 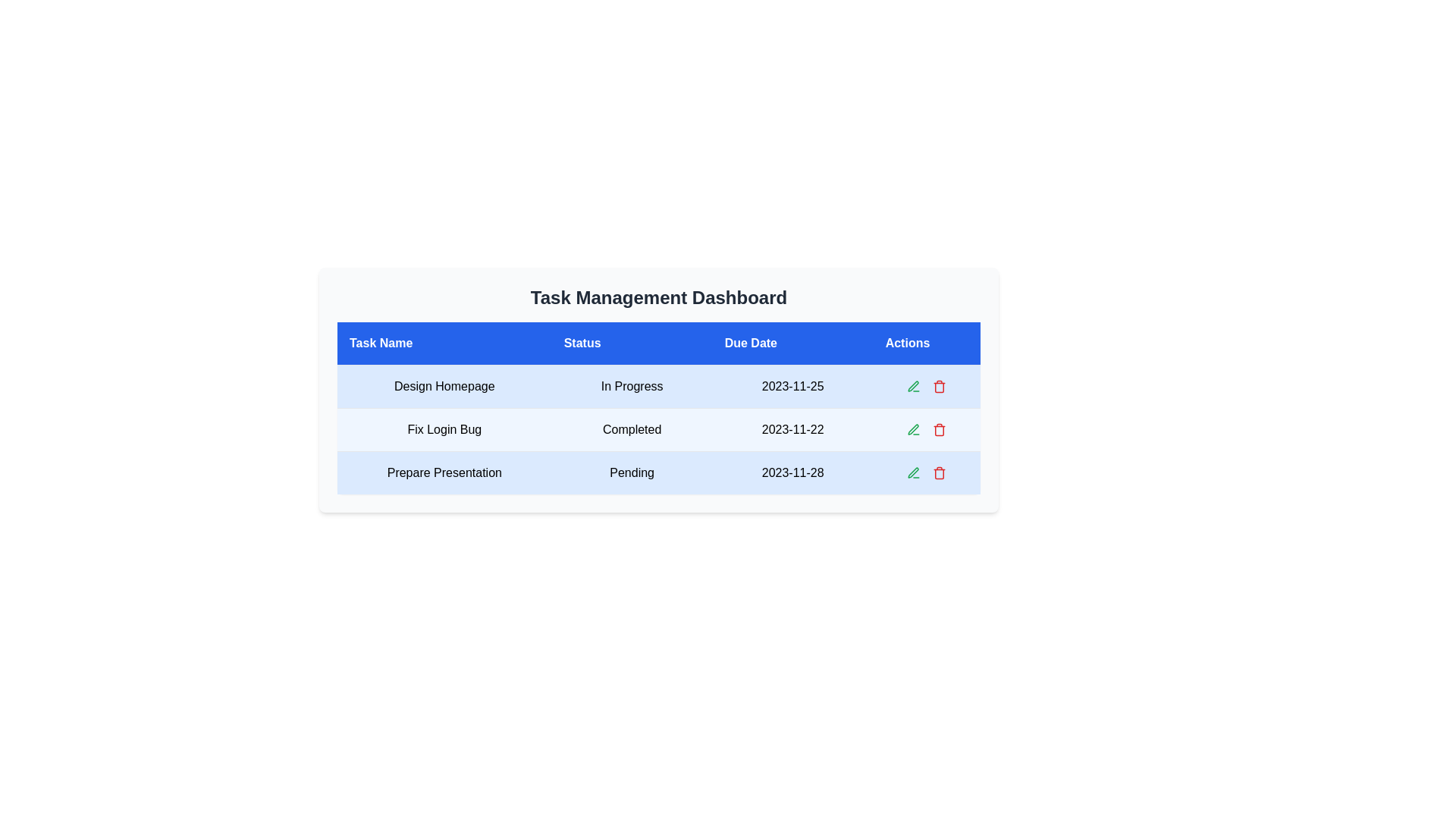 I want to click on the 'Due Date' text for the task 'Fix Login Bug' located in the third column of the second row of the table, so click(x=792, y=430).